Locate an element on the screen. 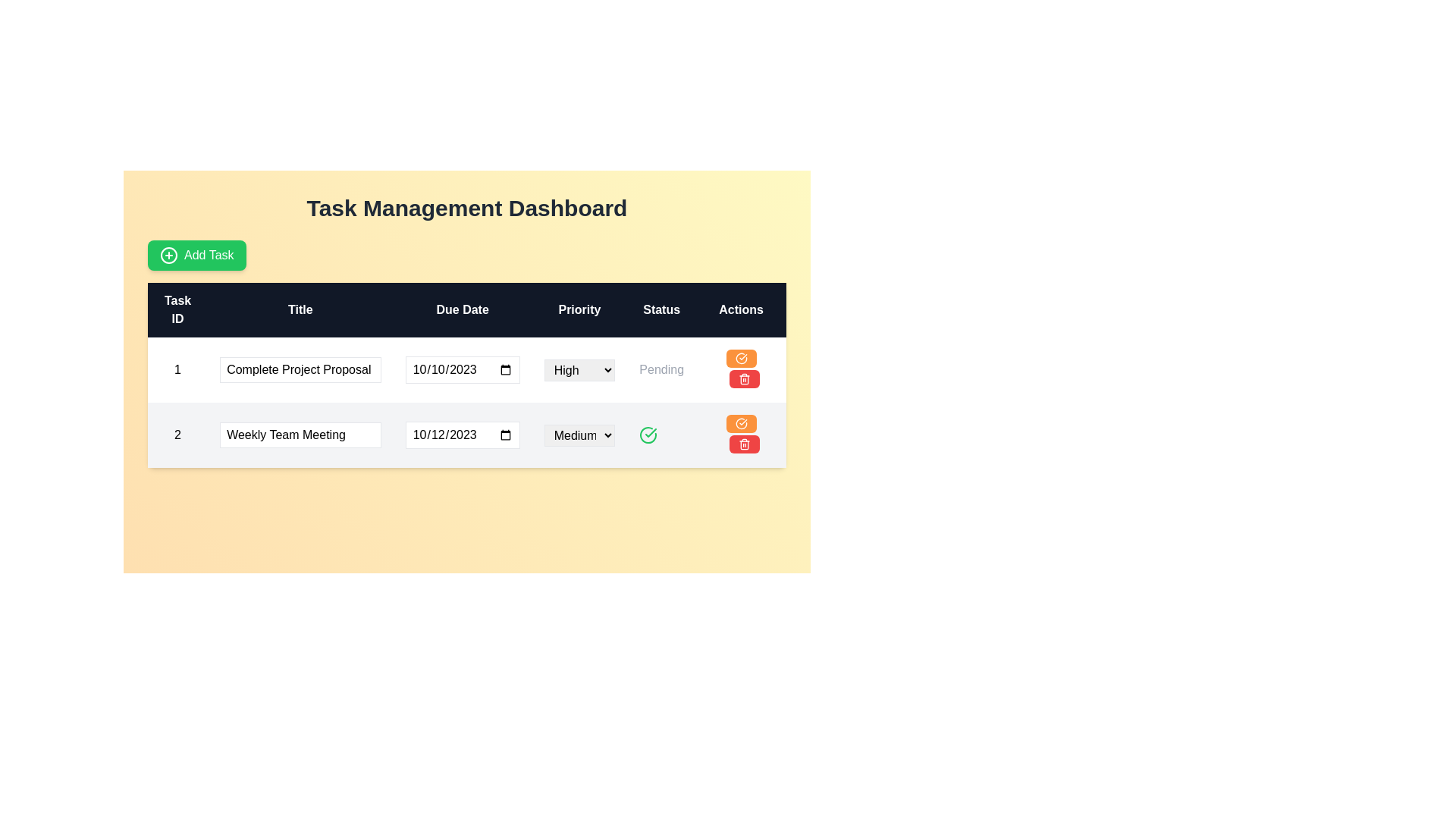 This screenshot has width=1456, height=819. the button that adds a new task to the task management system, located in the top-left corner of the interface is located at coordinates (196, 254).